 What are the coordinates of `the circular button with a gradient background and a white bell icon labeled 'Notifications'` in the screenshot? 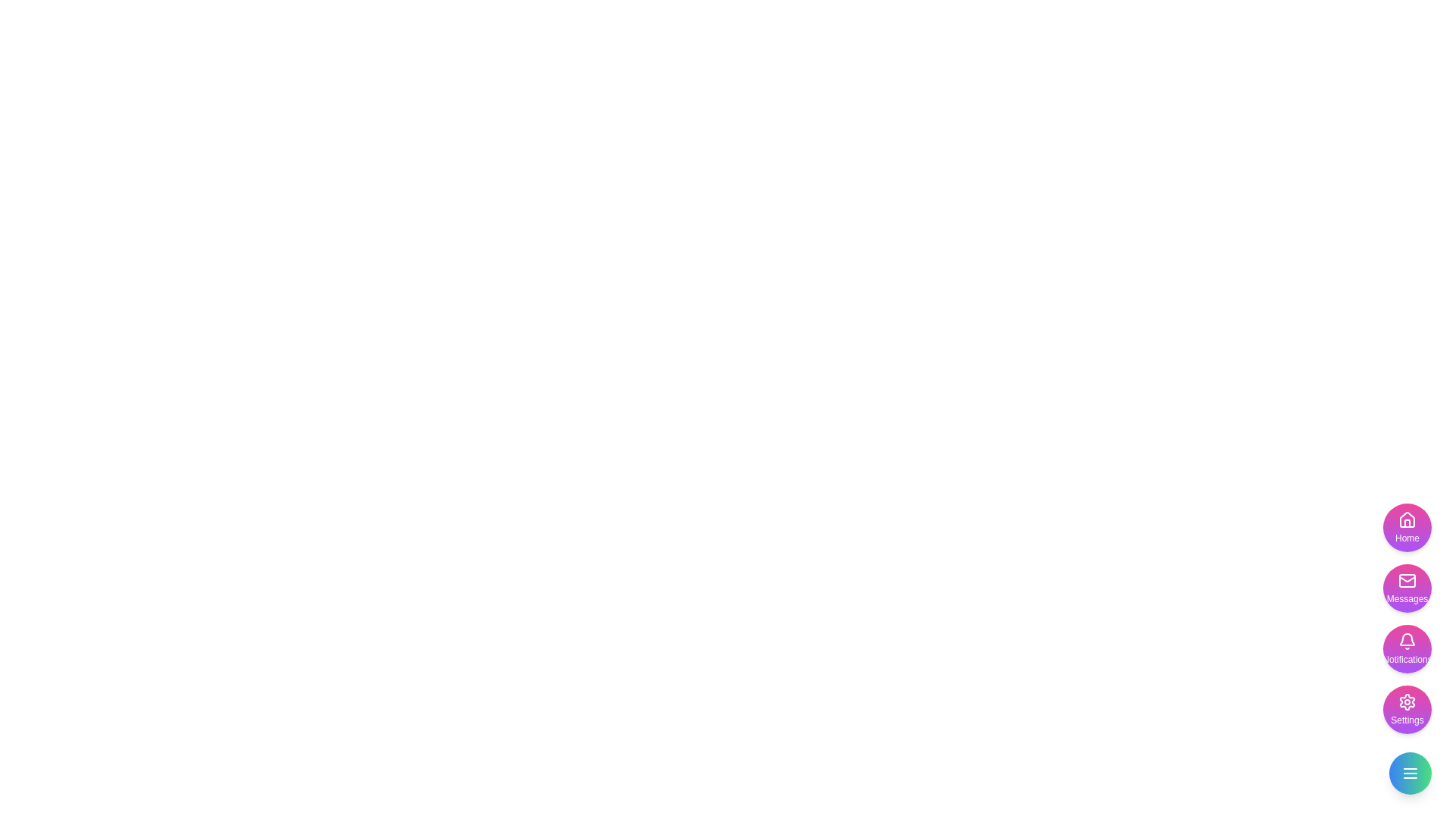 It's located at (1407, 648).